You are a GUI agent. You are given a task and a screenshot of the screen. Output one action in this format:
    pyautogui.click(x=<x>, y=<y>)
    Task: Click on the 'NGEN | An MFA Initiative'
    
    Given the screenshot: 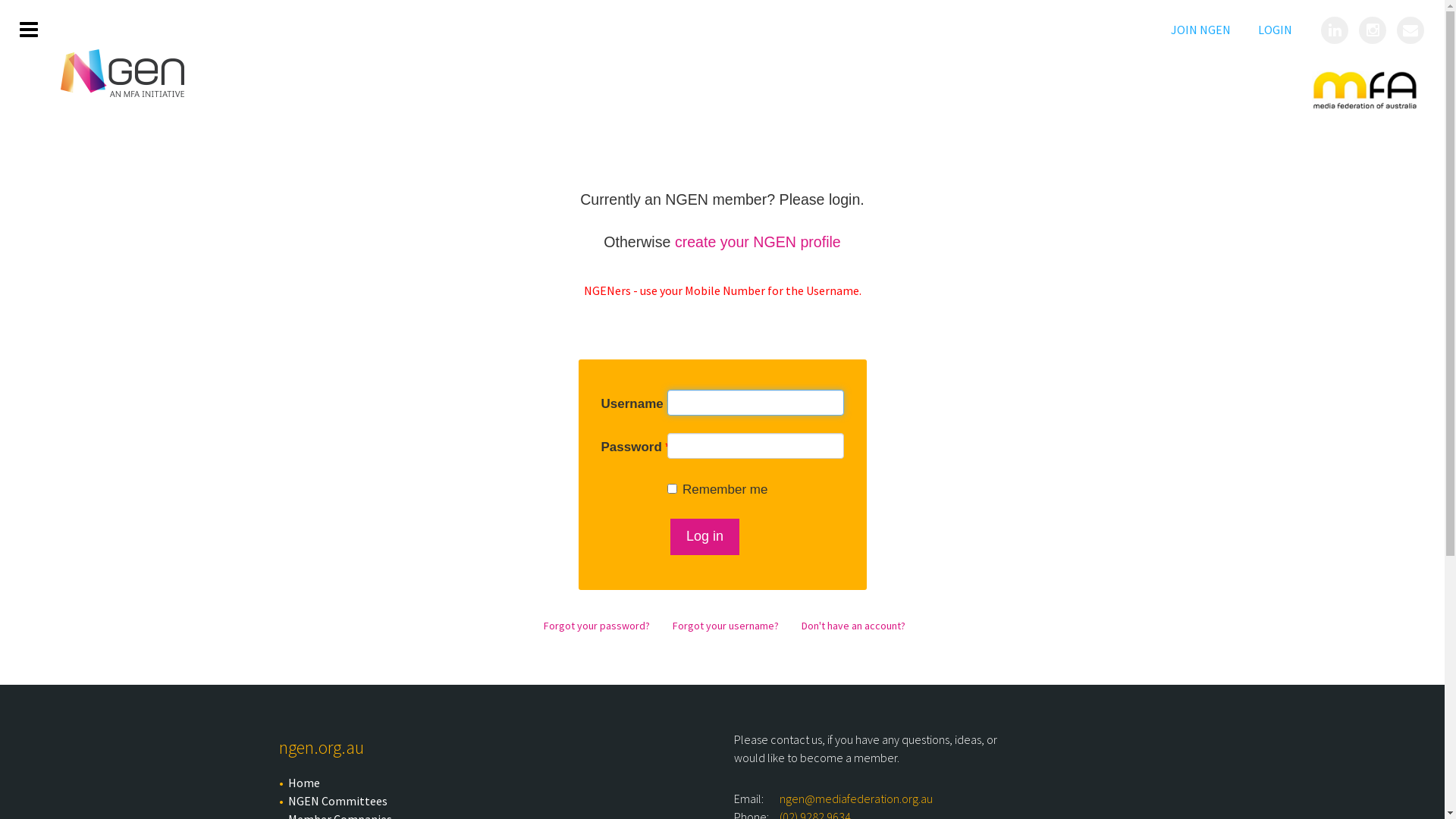 What is the action you would take?
    pyautogui.click(x=122, y=73)
    